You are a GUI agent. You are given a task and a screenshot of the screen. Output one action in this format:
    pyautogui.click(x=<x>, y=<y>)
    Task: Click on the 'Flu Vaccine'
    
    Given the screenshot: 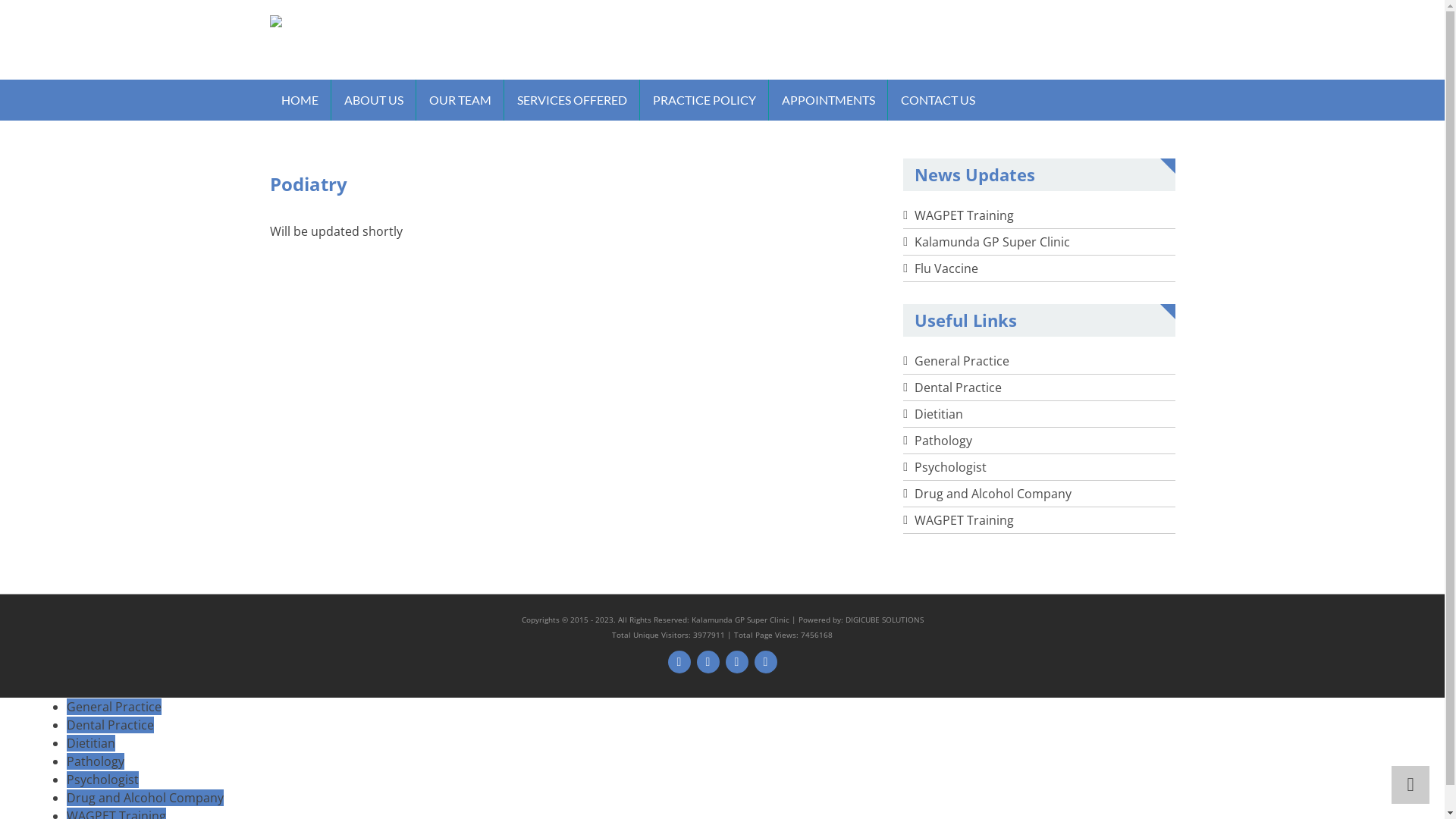 What is the action you would take?
    pyautogui.click(x=913, y=268)
    